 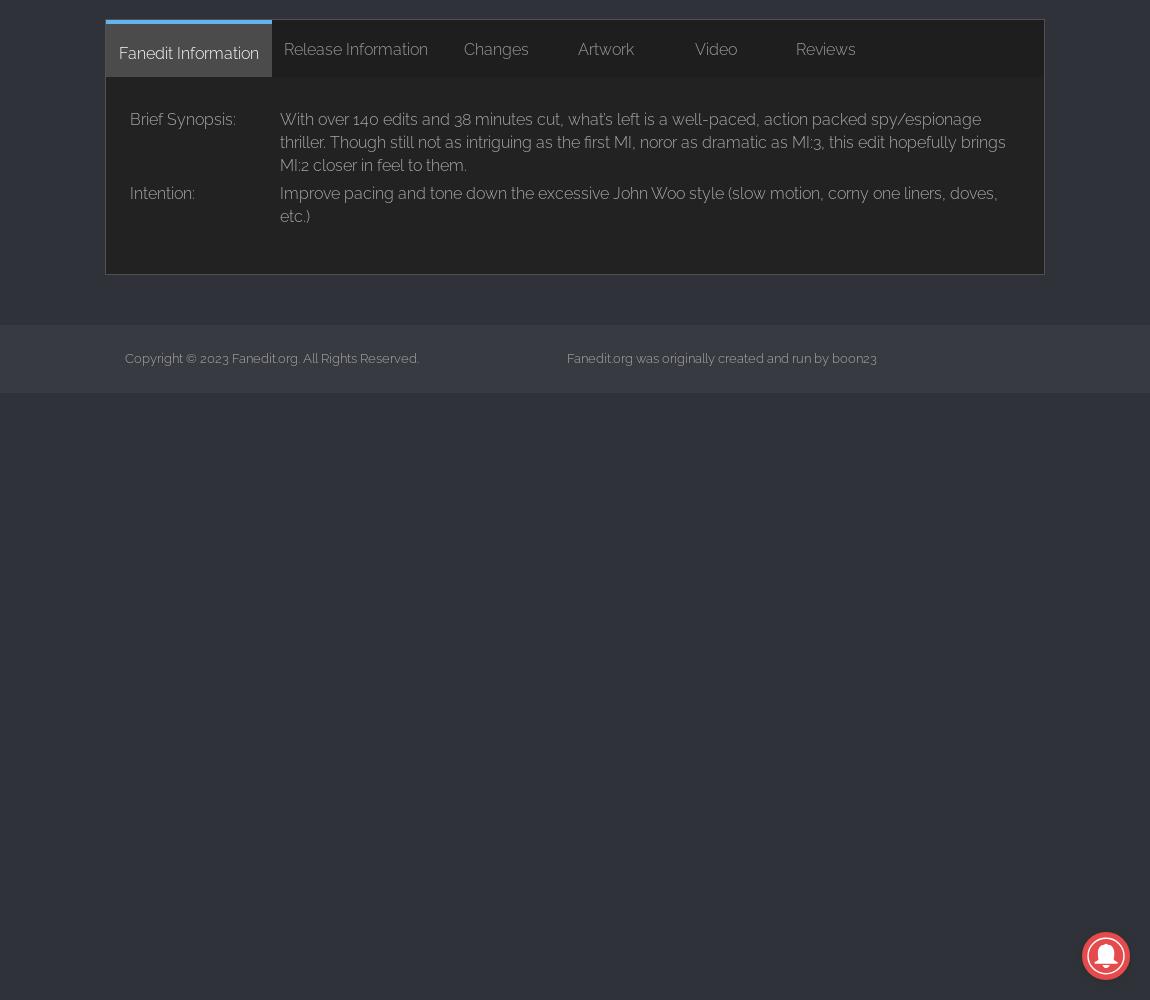 What do you see at coordinates (181, 118) in the screenshot?
I see `'Brief Synopsis:'` at bounding box center [181, 118].